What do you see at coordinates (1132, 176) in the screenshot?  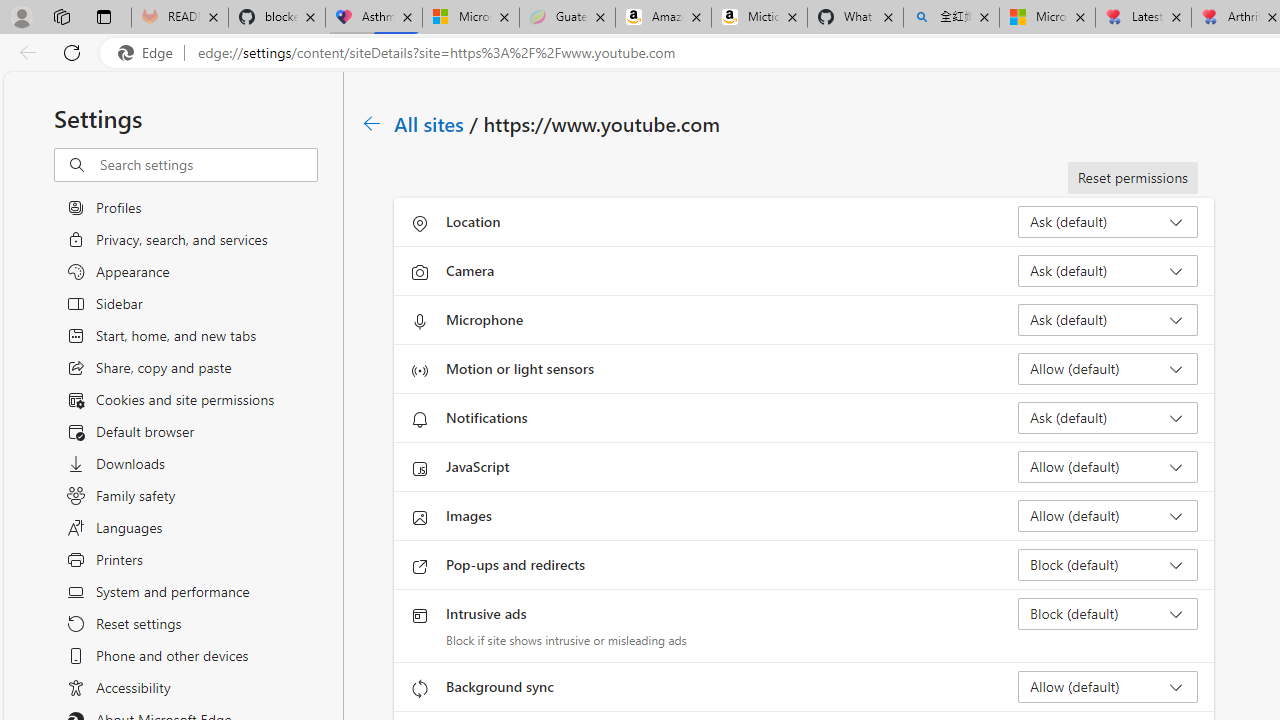 I see `'Reset permissions'` at bounding box center [1132, 176].